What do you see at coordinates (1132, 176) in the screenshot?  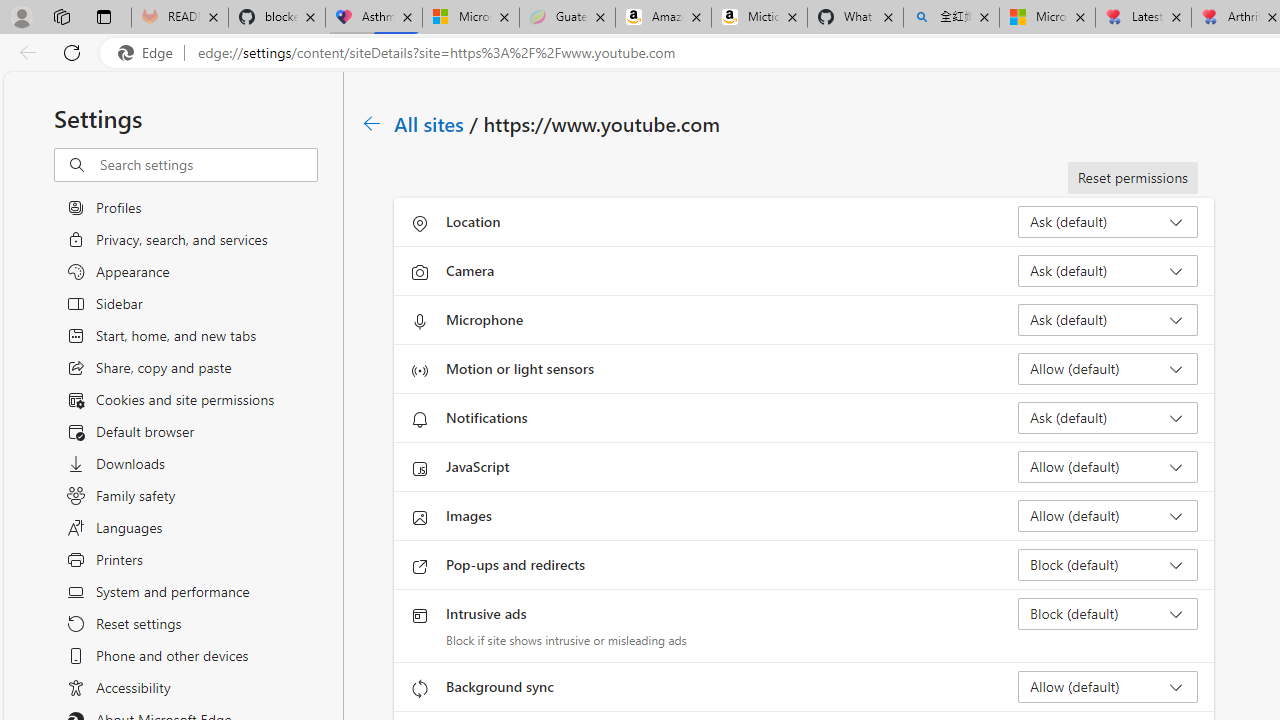 I see `'Reset permissions'` at bounding box center [1132, 176].